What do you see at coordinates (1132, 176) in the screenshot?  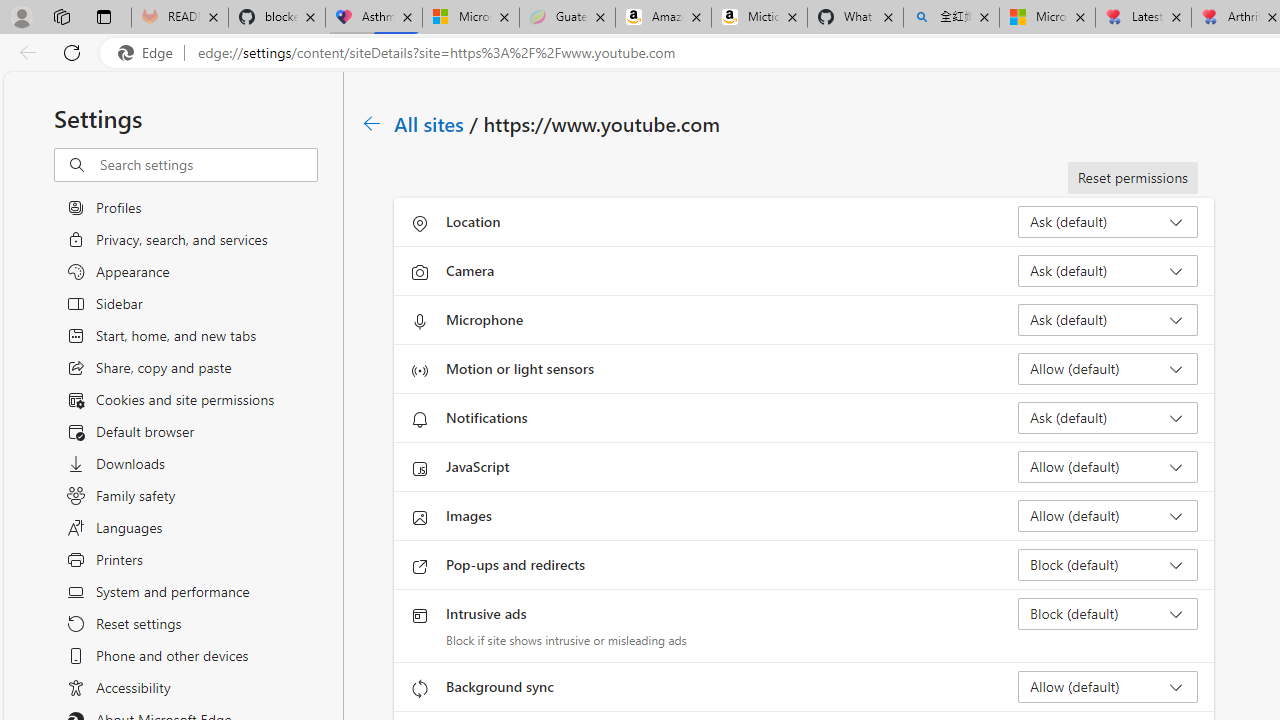 I see `'Reset permissions'` at bounding box center [1132, 176].